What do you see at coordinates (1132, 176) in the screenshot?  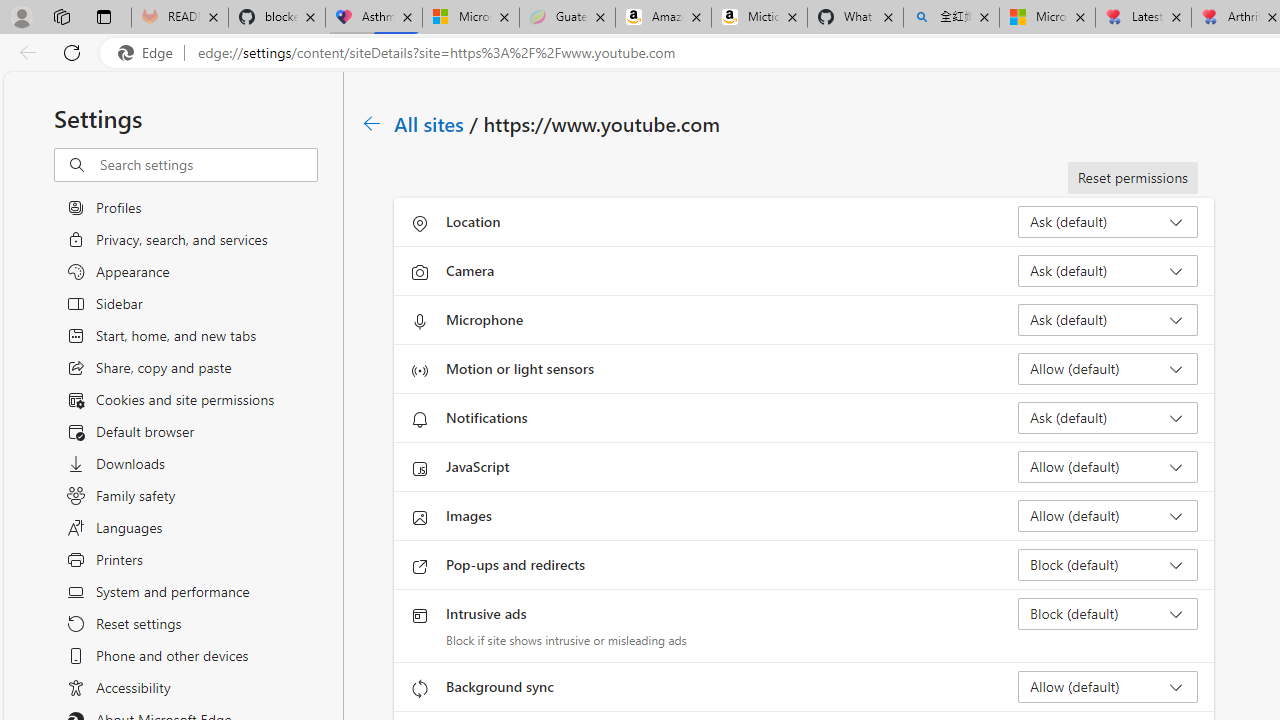 I see `'Reset permissions'` at bounding box center [1132, 176].